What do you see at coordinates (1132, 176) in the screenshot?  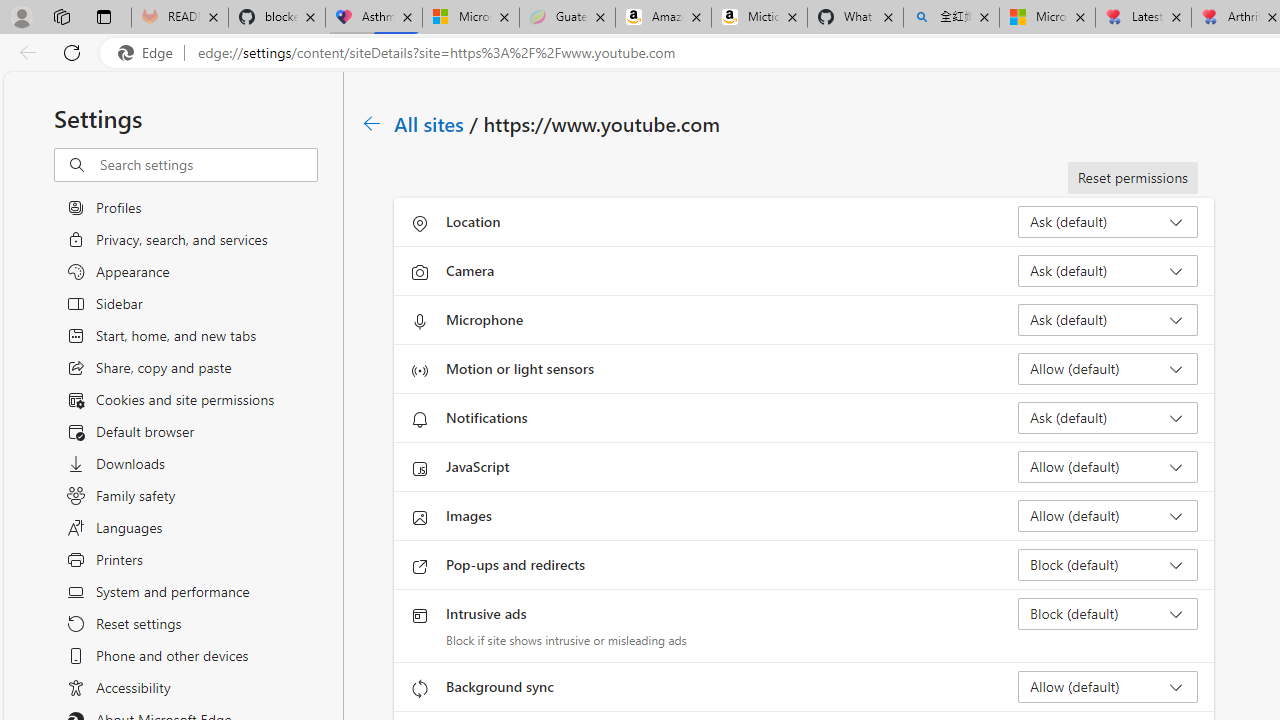 I see `'Reset permissions'` at bounding box center [1132, 176].